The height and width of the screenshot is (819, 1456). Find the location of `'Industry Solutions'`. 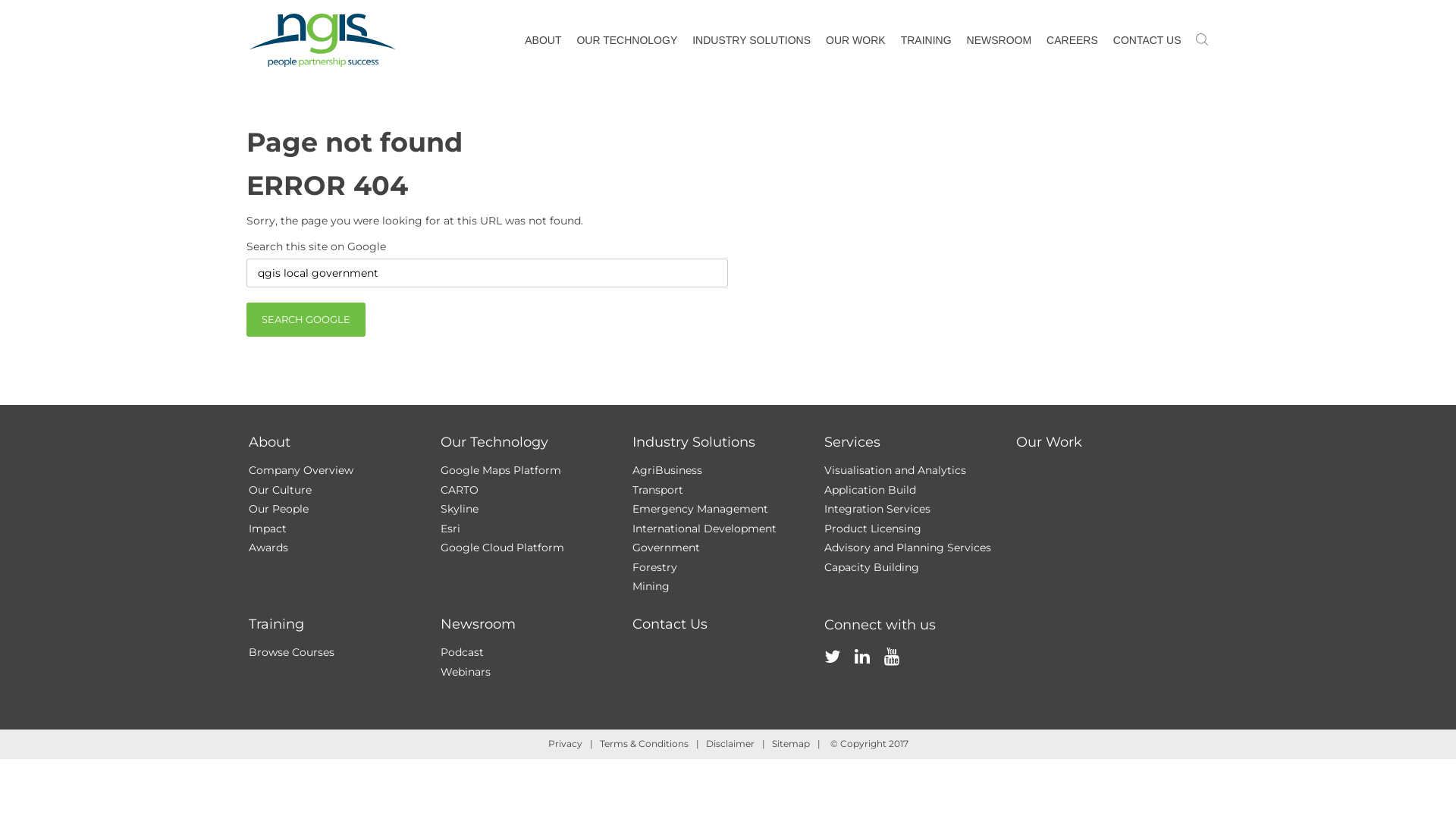

'Industry Solutions' is located at coordinates (632, 441).